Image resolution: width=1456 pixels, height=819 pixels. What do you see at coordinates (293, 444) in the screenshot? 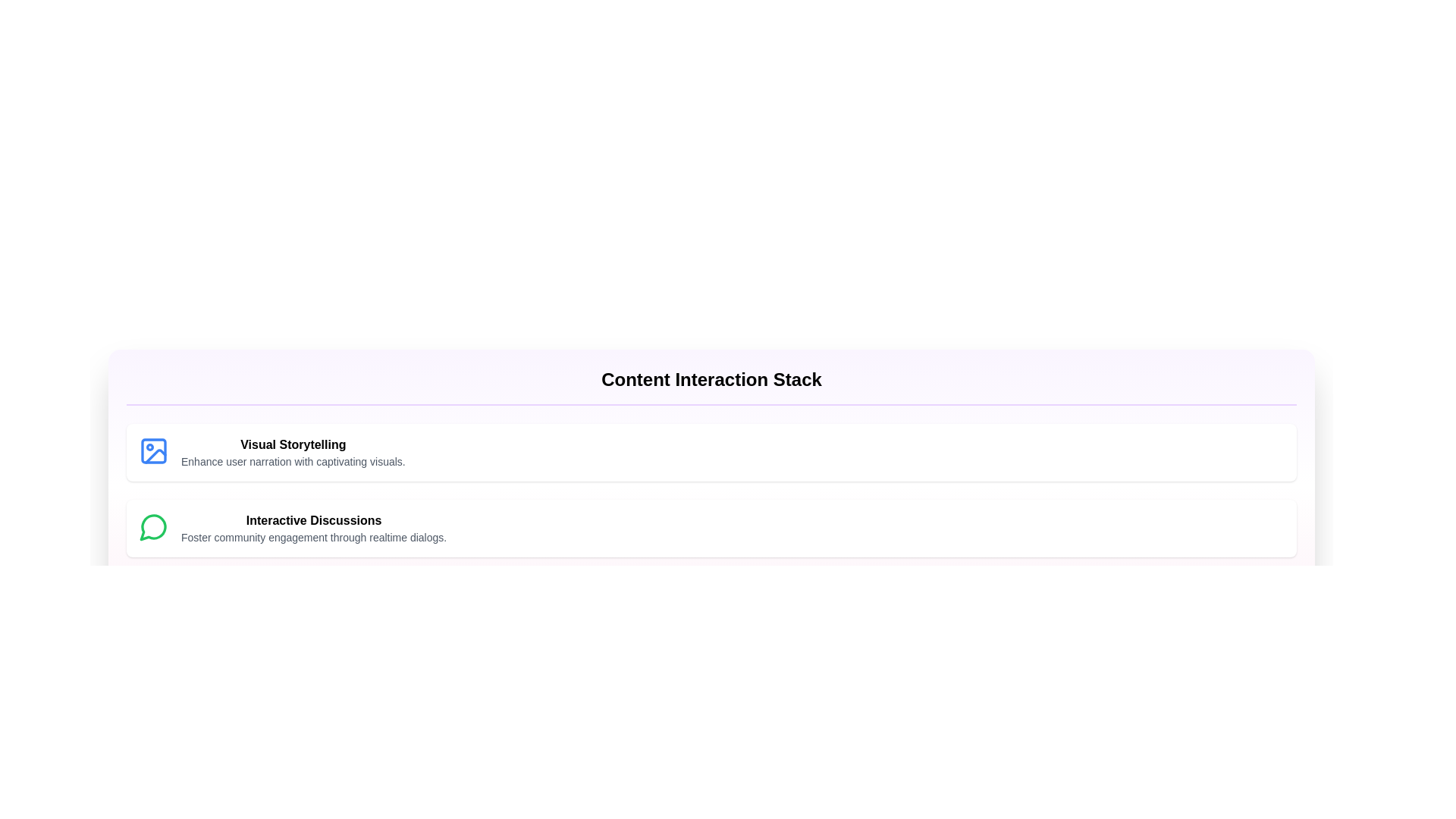
I see `the text label for 'Visual Storytelling', which serves as a heading and captures user attention, positioned directly below the corresponding icon` at bounding box center [293, 444].